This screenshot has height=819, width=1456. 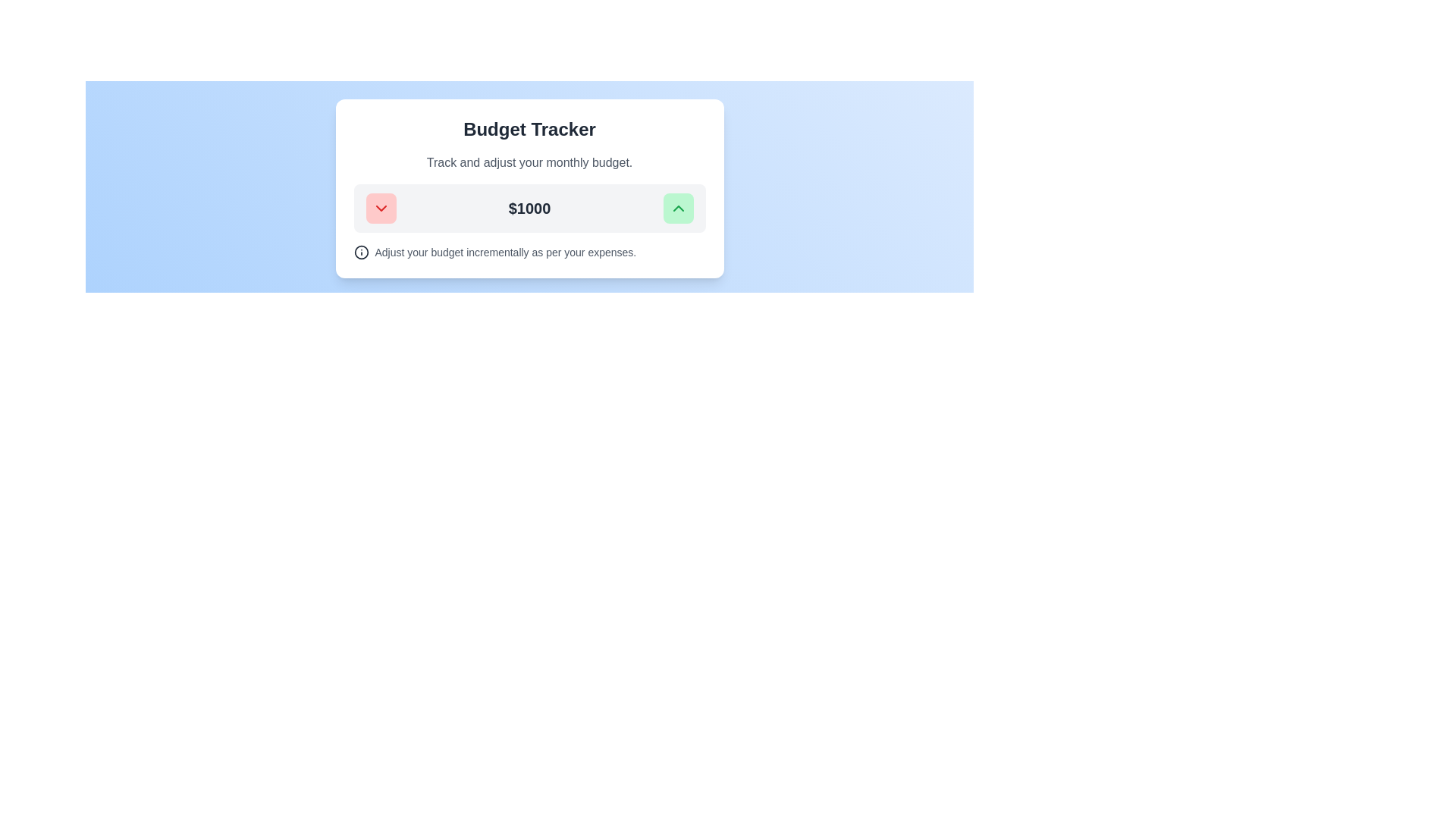 I want to click on the rounded rectangular button with a green arrow icon located to the far right of the '$1000' text, so click(x=677, y=208).